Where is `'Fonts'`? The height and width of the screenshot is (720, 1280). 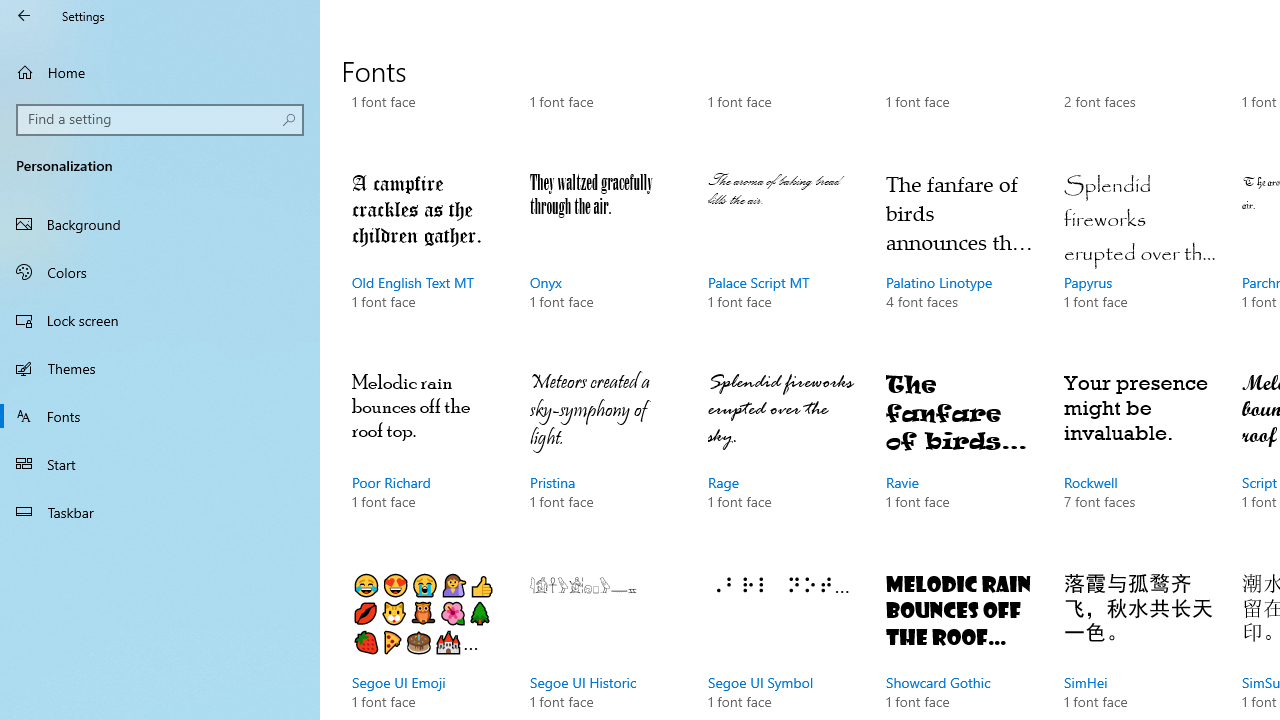 'Fonts' is located at coordinates (160, 414).